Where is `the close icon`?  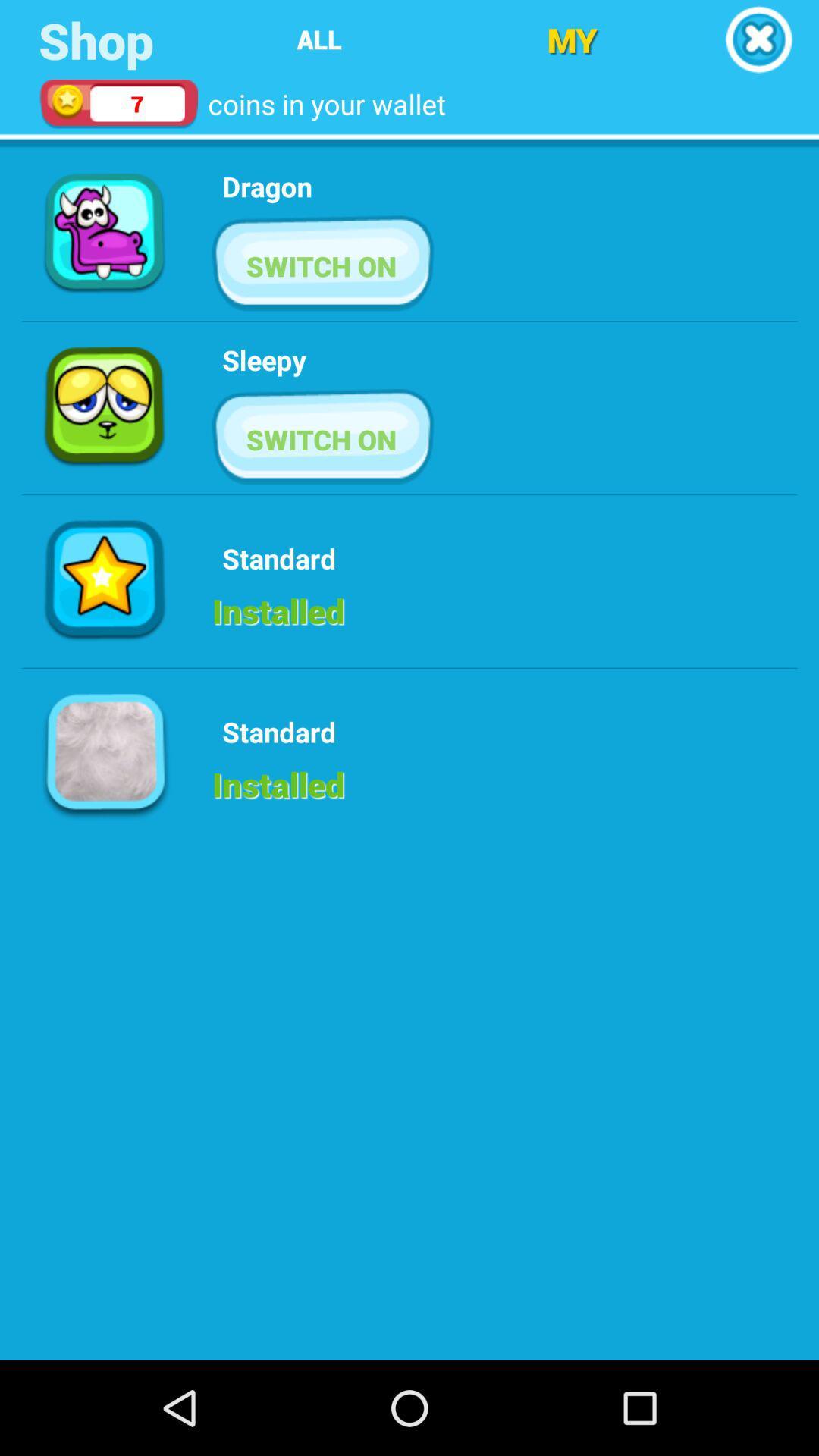
the close icon is located at coordinates (758, 42).